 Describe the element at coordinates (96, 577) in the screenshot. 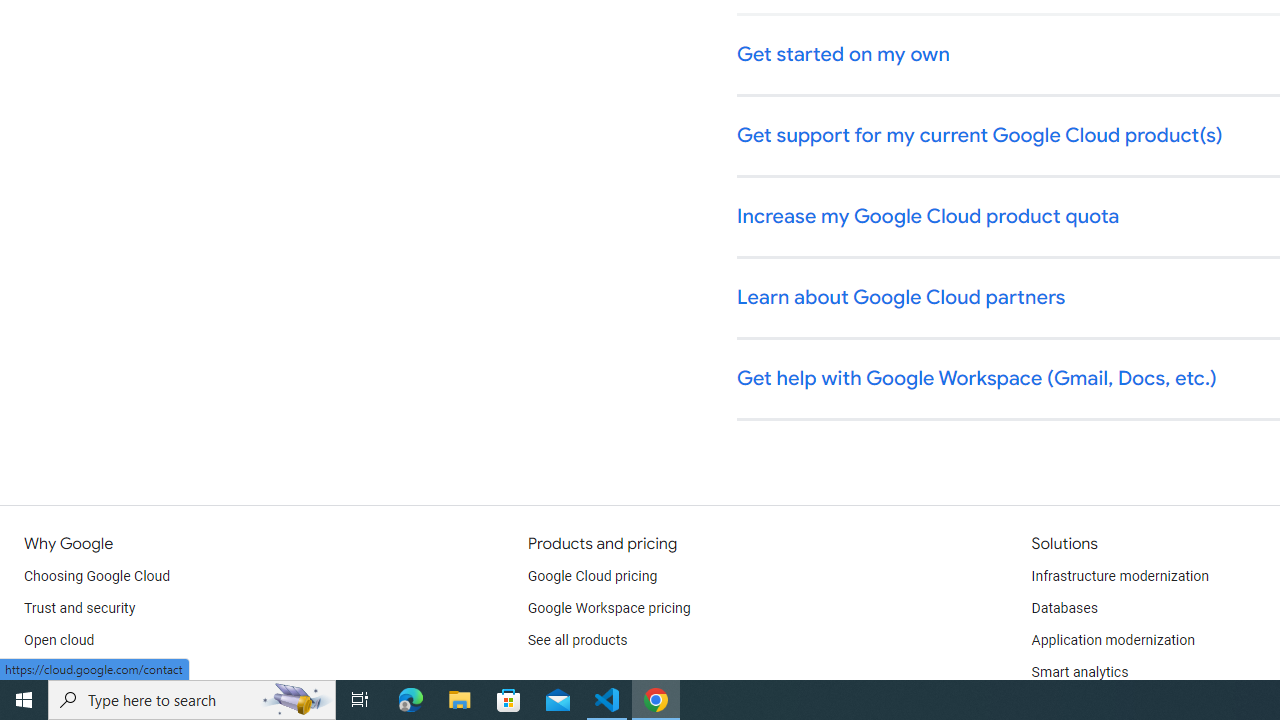

I see `'Choosing Google Cloud'` at that location.